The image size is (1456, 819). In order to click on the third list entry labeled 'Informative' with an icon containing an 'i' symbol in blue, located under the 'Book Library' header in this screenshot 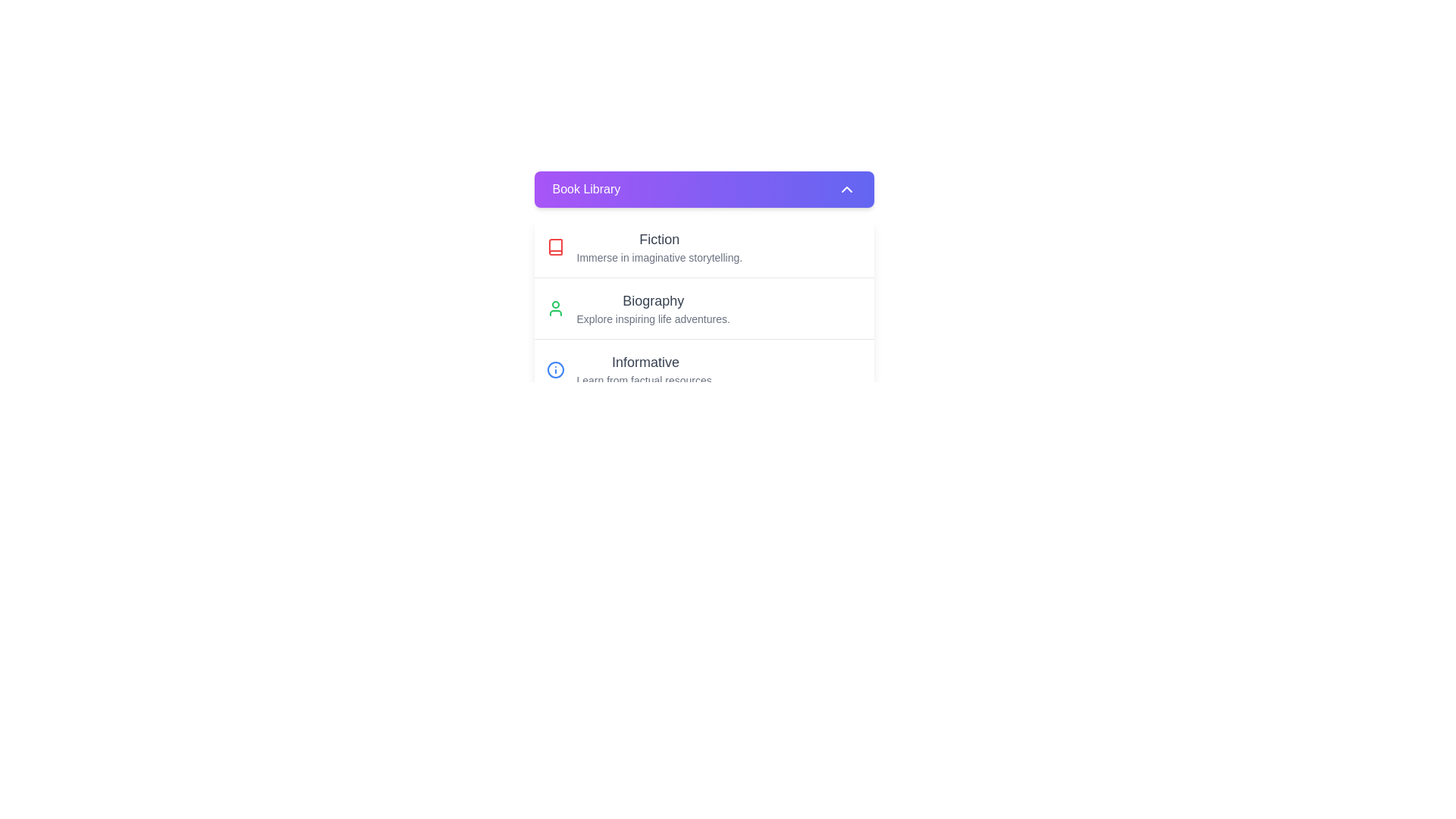, I will do `click(703, 369)`.